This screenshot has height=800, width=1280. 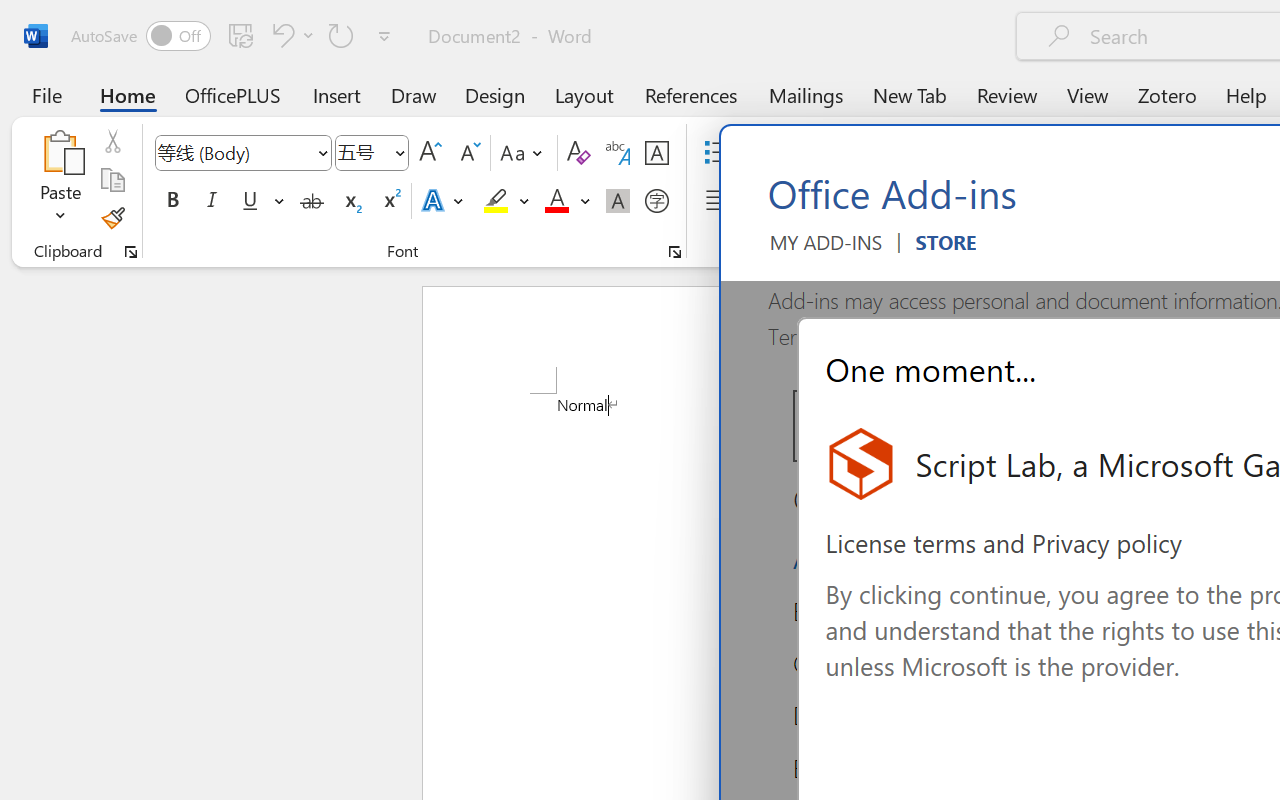 I want to click on 'Office Clipboard...', so click(x=130, y=251).